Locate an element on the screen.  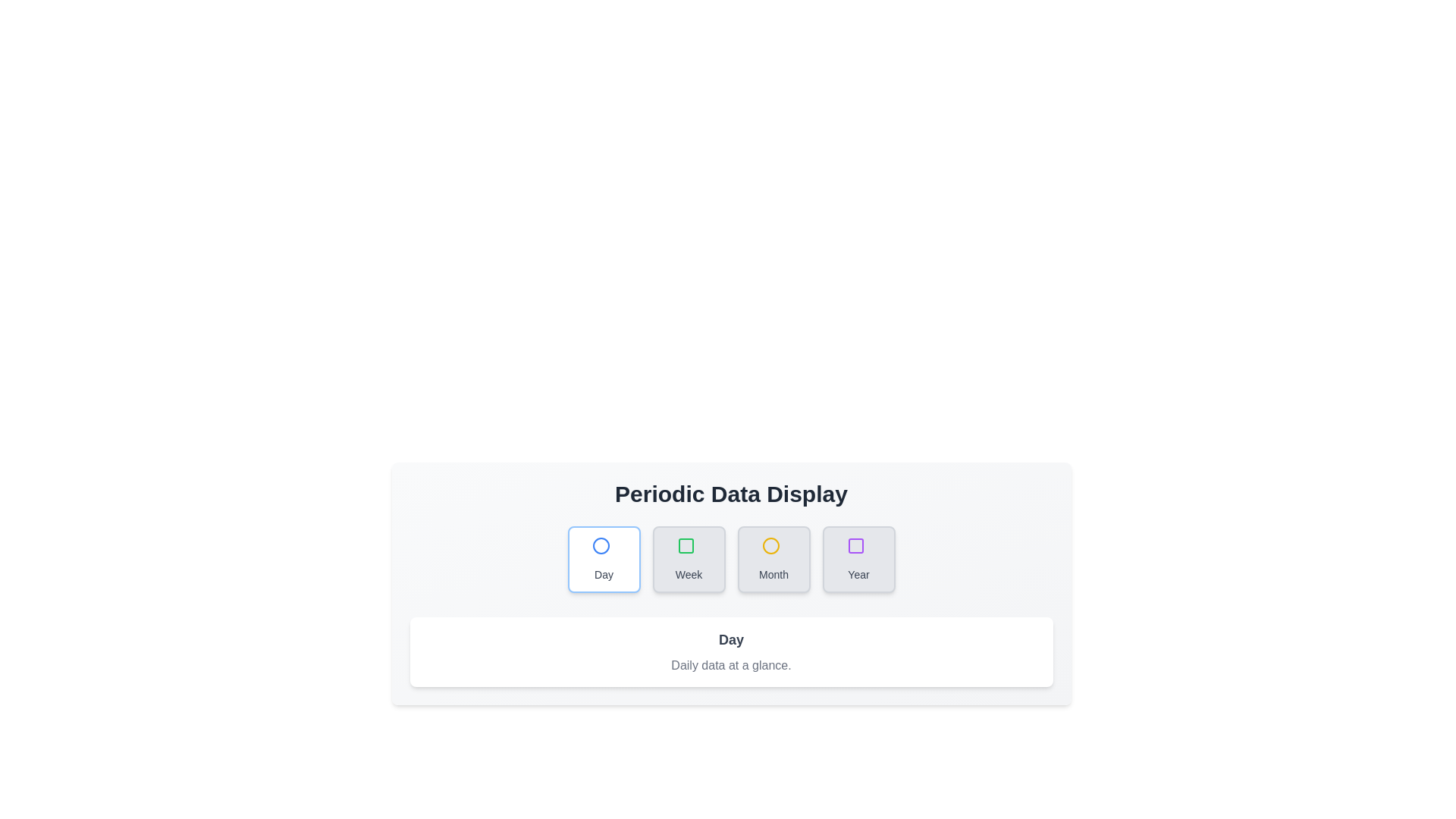
the 'Week' selection button, which is a square icon with green borders and a hollow interior, located under the 'Periodic Data Display' title is located at coordinates (685, 546).